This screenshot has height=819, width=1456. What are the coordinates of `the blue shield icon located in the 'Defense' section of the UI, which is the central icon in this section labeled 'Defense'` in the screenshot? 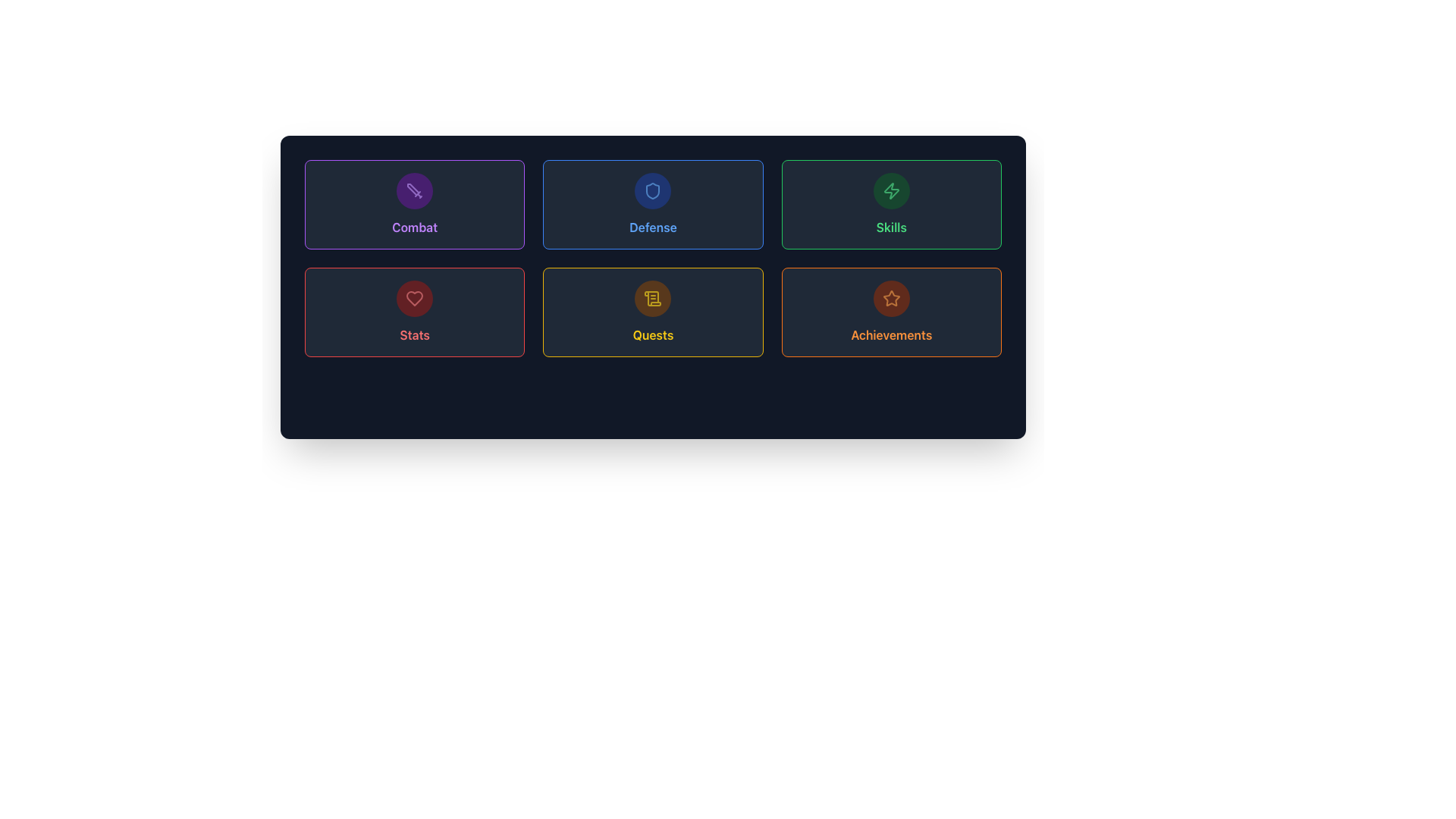 It's located at (653, 190).